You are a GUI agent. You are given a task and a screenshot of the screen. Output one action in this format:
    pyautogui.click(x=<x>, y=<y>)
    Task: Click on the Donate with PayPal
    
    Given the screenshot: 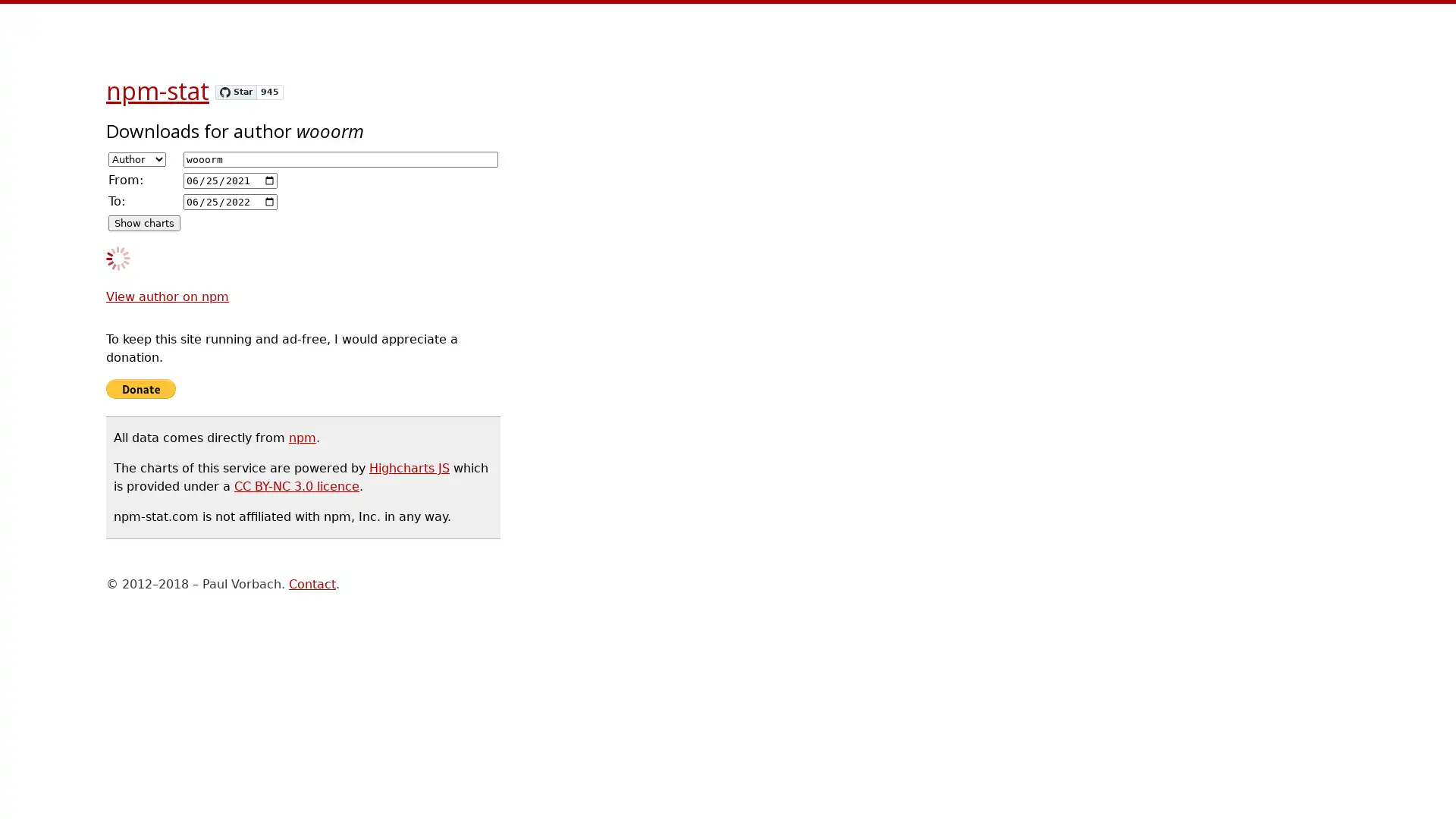 What is the action you would take?
    pyautogui.click(x=141, y=388)
    